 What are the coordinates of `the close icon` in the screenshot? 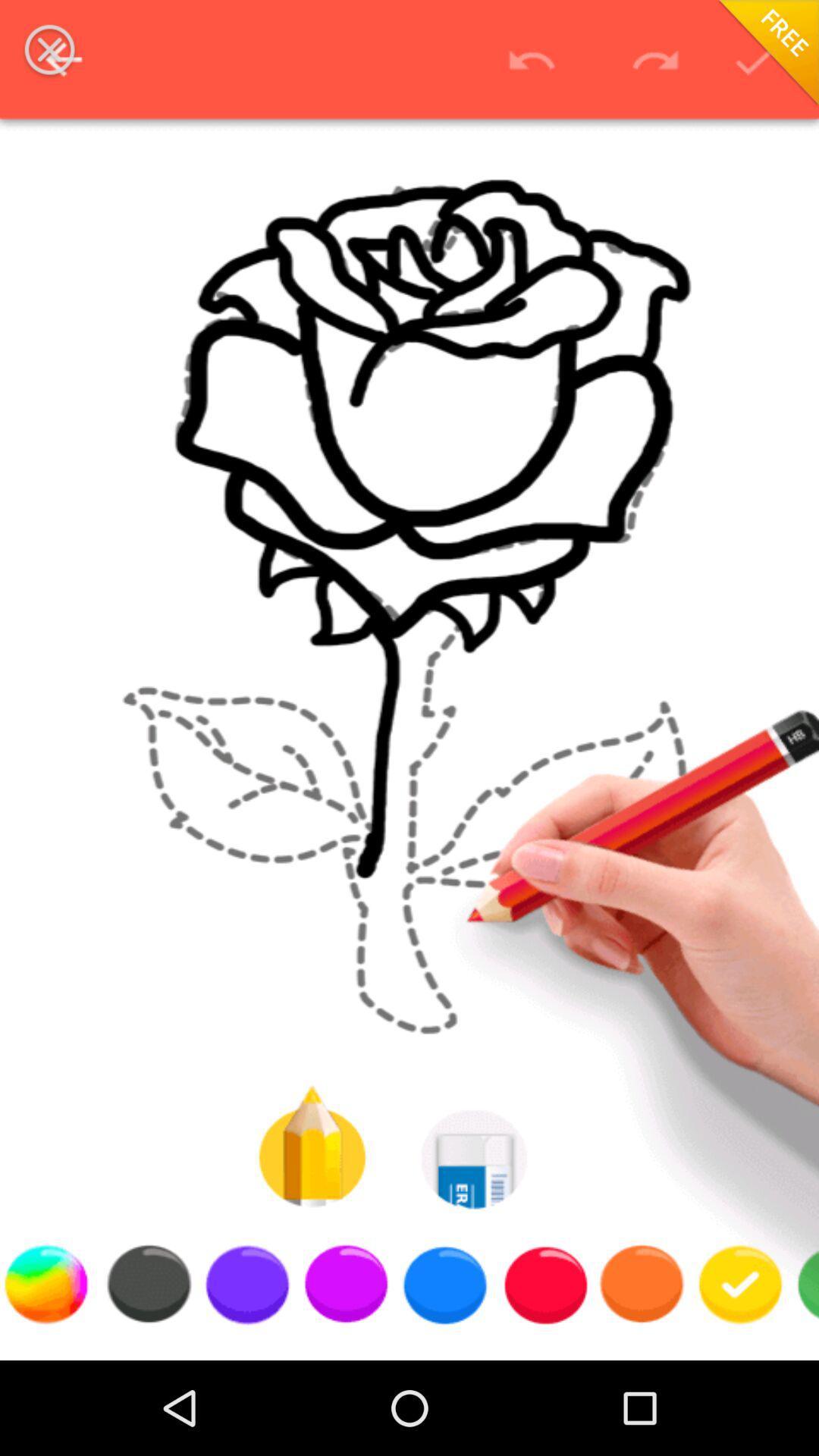 It's located at (49, 49).